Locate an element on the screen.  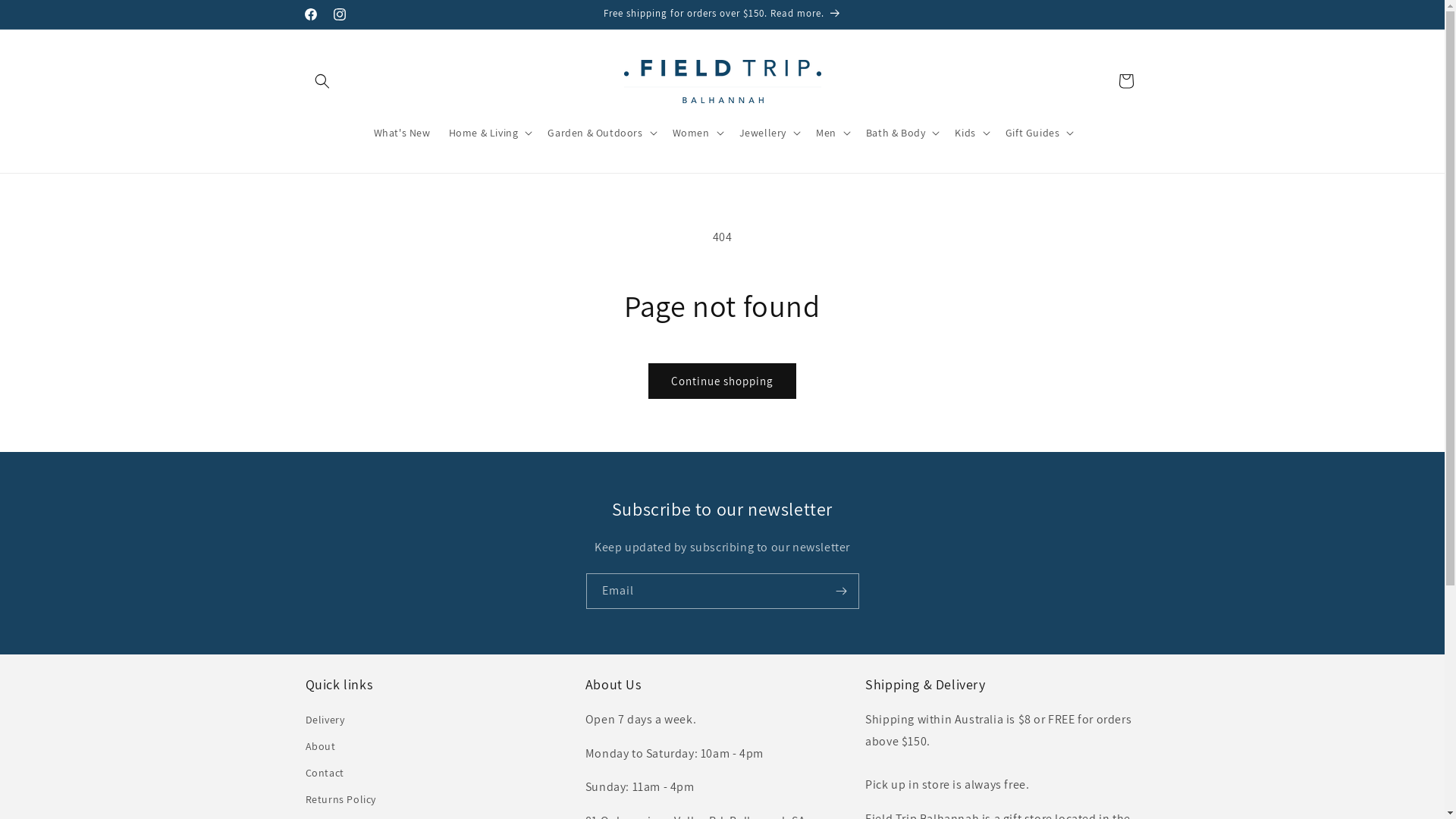
'About' is located at coordinates (319, 745).